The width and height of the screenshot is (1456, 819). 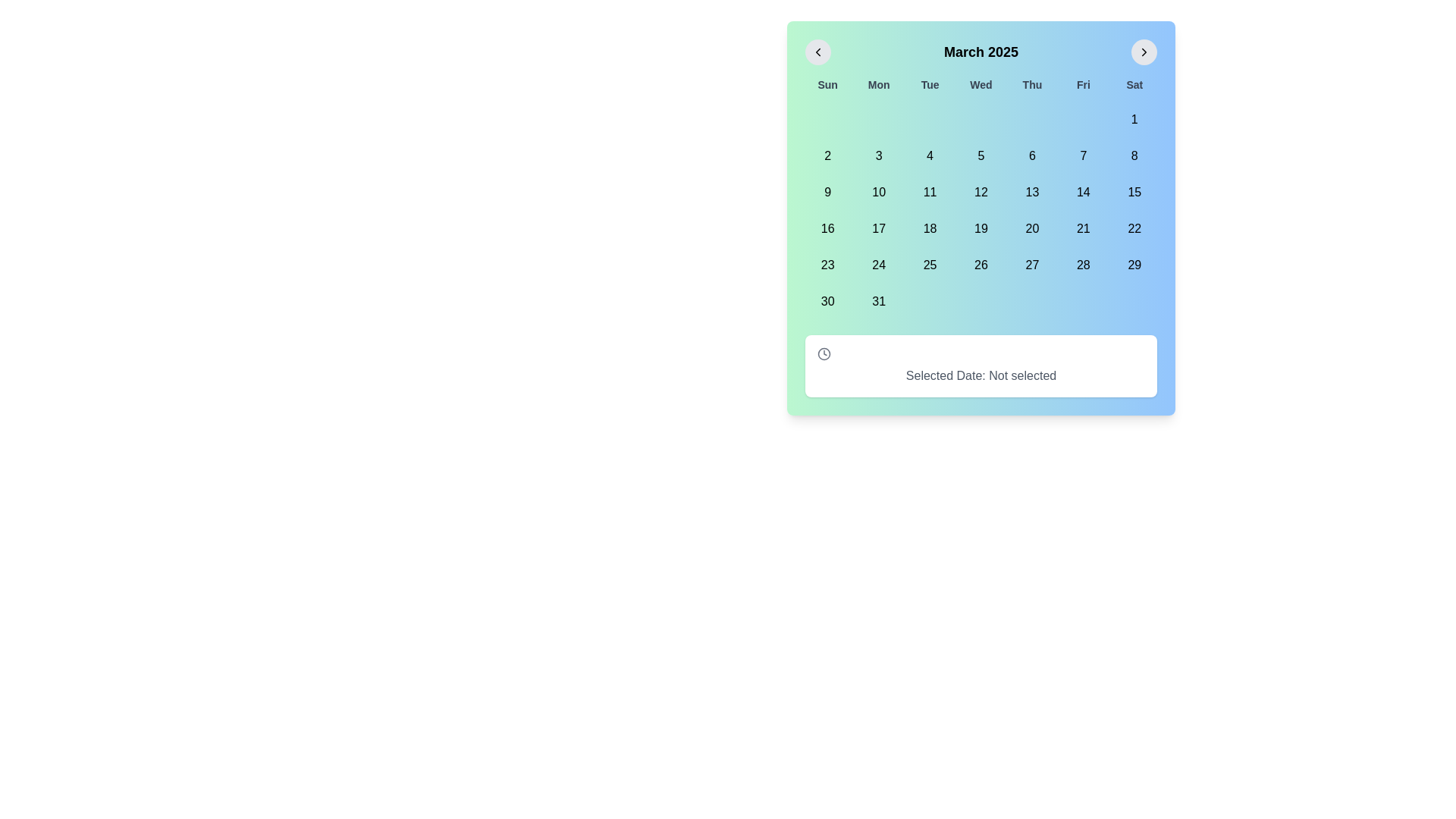 What do you see at coordinates (981, 84) in the screenshot?
I see `the text label displaying 'Wed', which is a bold, centered abbreviation in dark gray on a light blue background, located in the header section of the calendar interface` at bounding box center [981, 84].